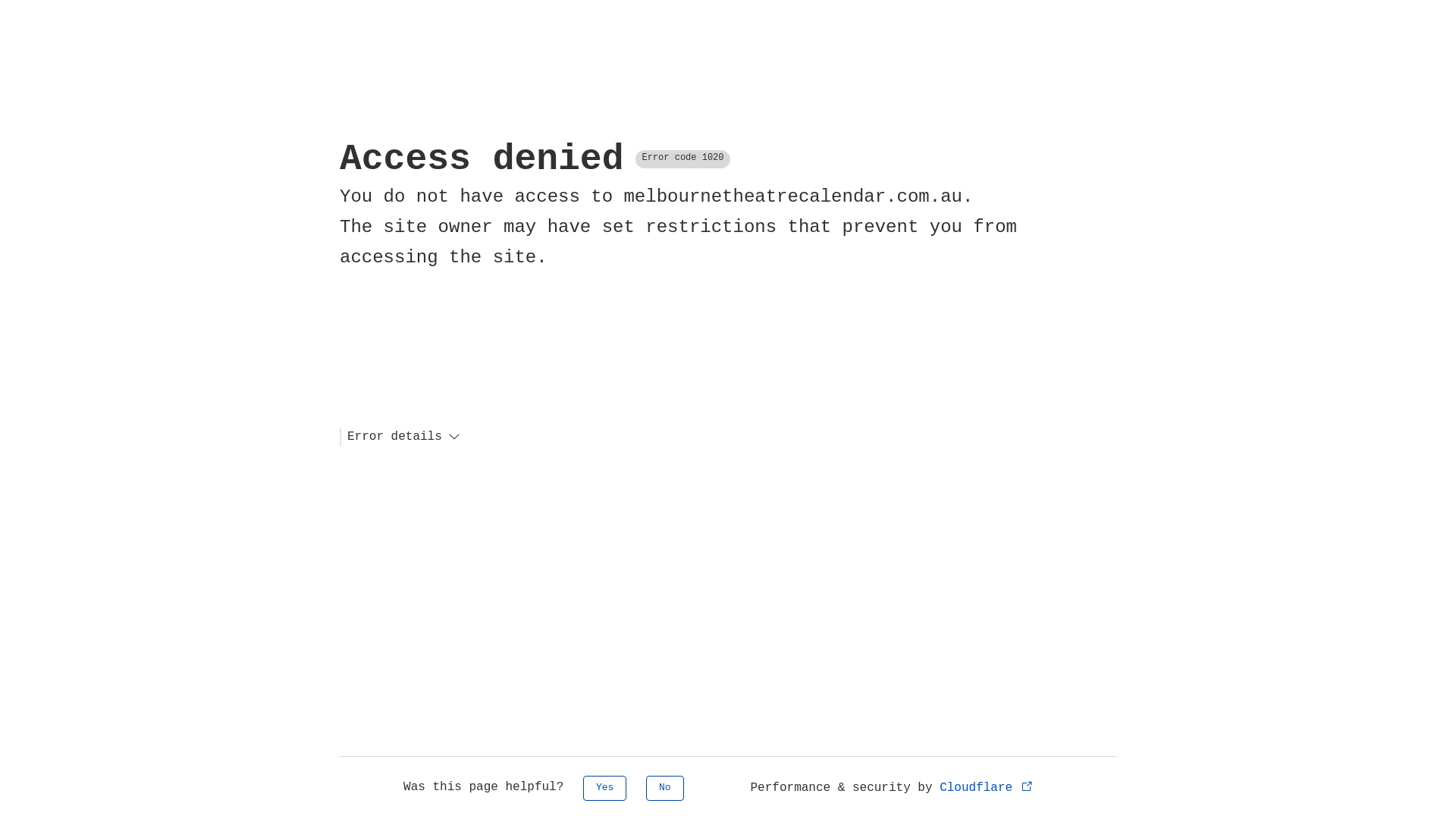 The width and height of the screenshot is (1456, 819). I want to click on 'No', so click(665, 787).